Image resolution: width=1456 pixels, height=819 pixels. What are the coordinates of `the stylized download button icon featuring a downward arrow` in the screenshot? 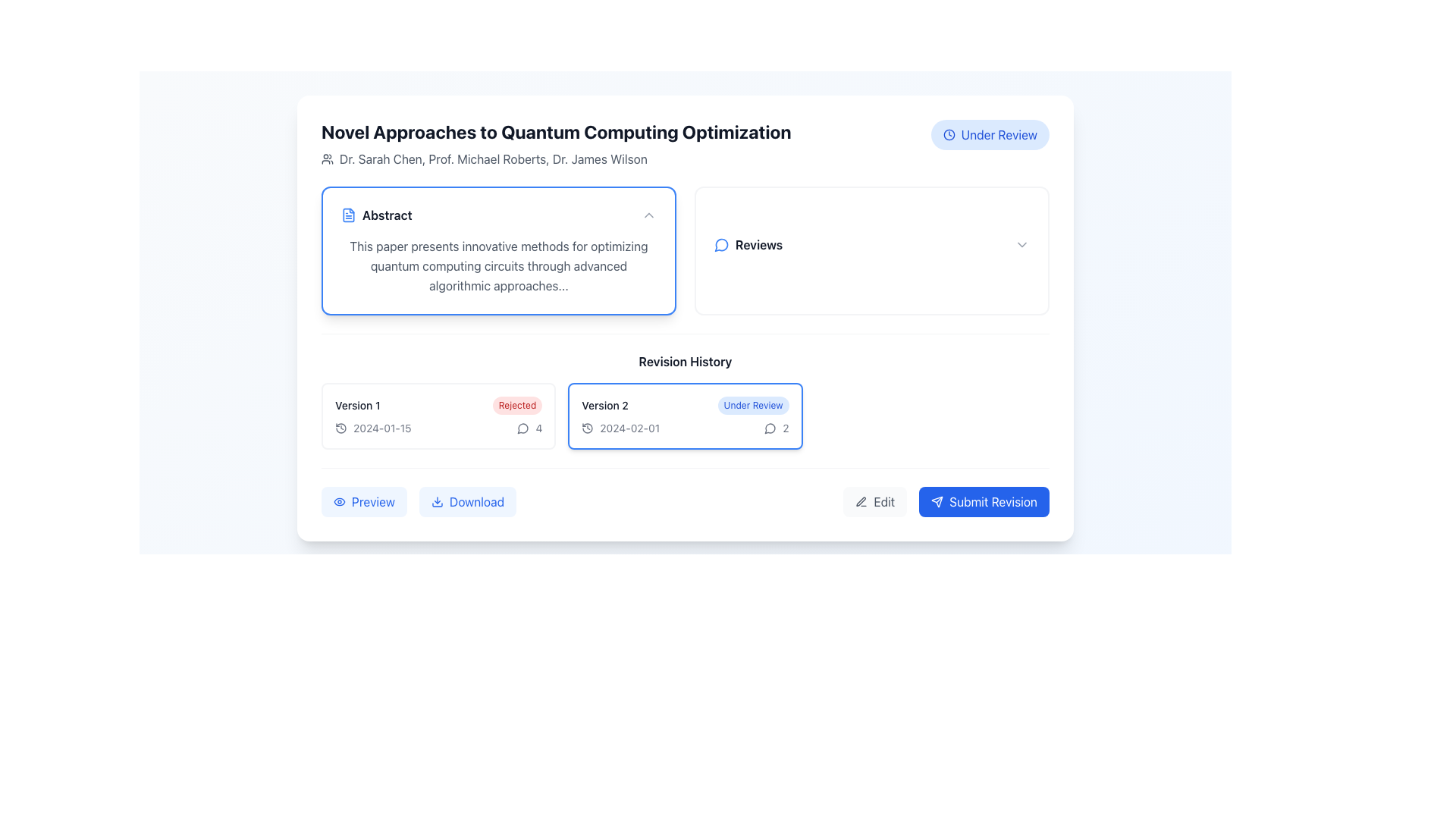 It's located at (436, 502).